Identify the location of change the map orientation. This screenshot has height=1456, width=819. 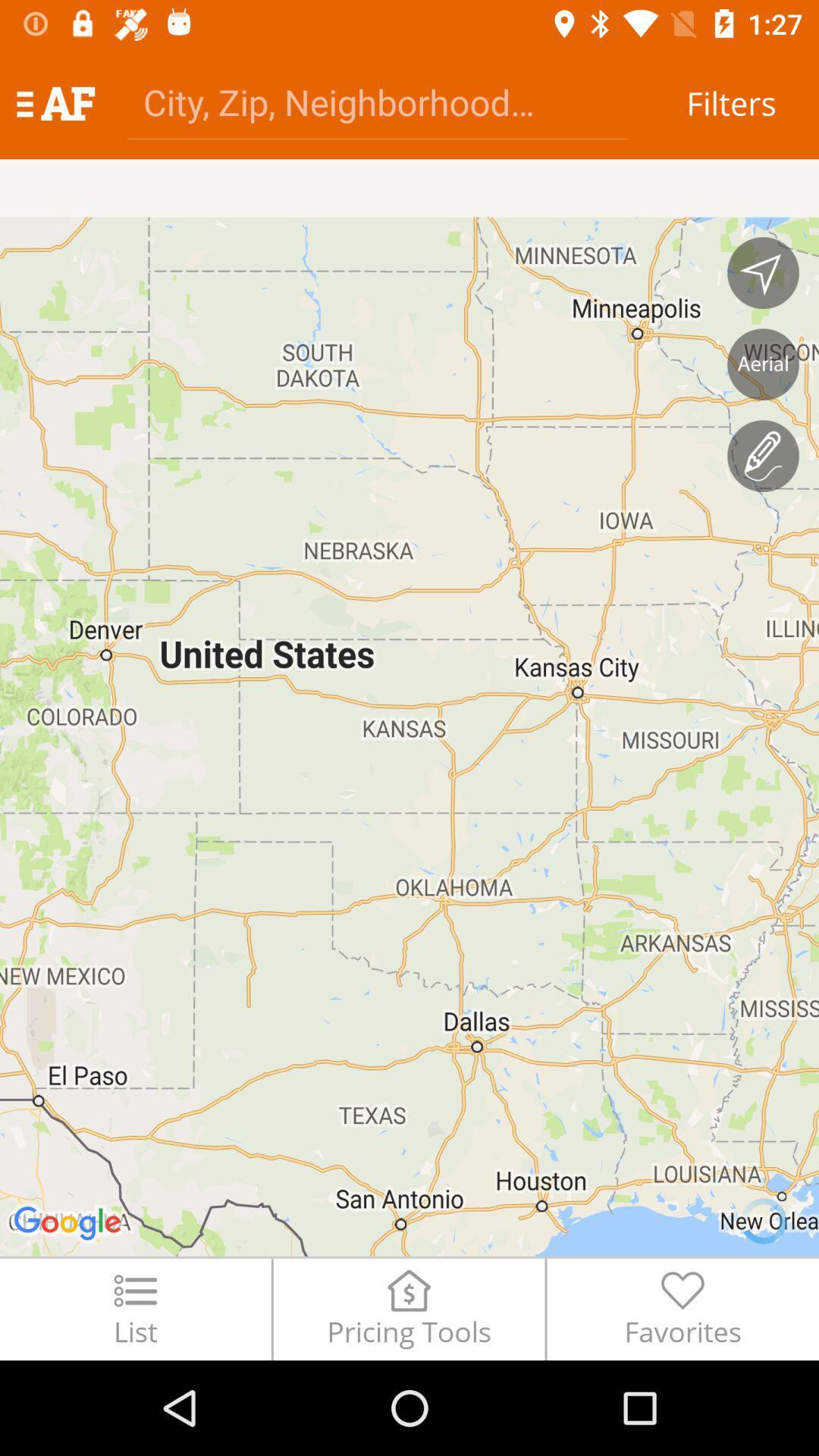
(763, 273).